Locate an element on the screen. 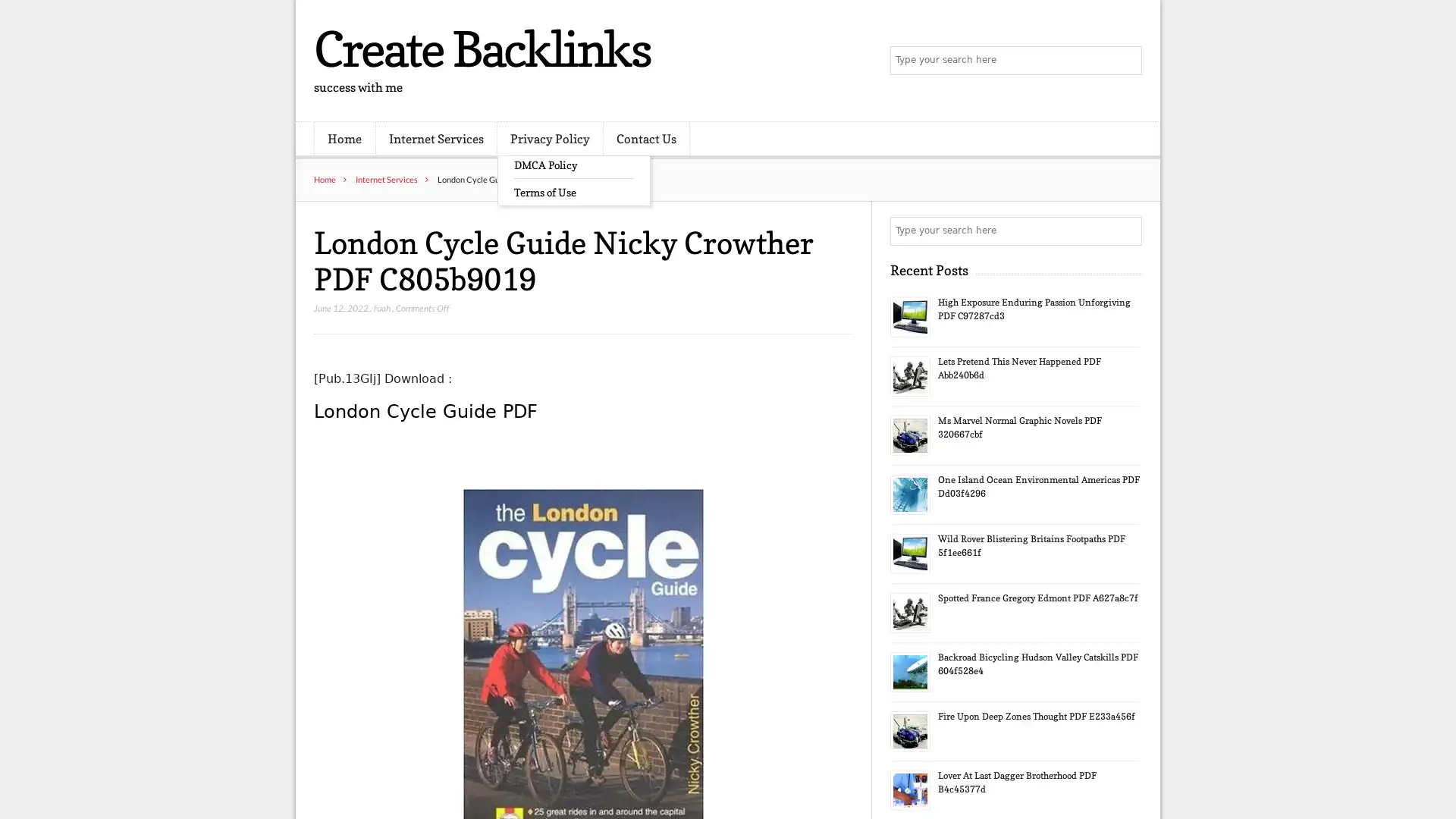 Image resolution: width=1456 pixels, height=819 pixels. Search is located at coordinates (1126, 231).